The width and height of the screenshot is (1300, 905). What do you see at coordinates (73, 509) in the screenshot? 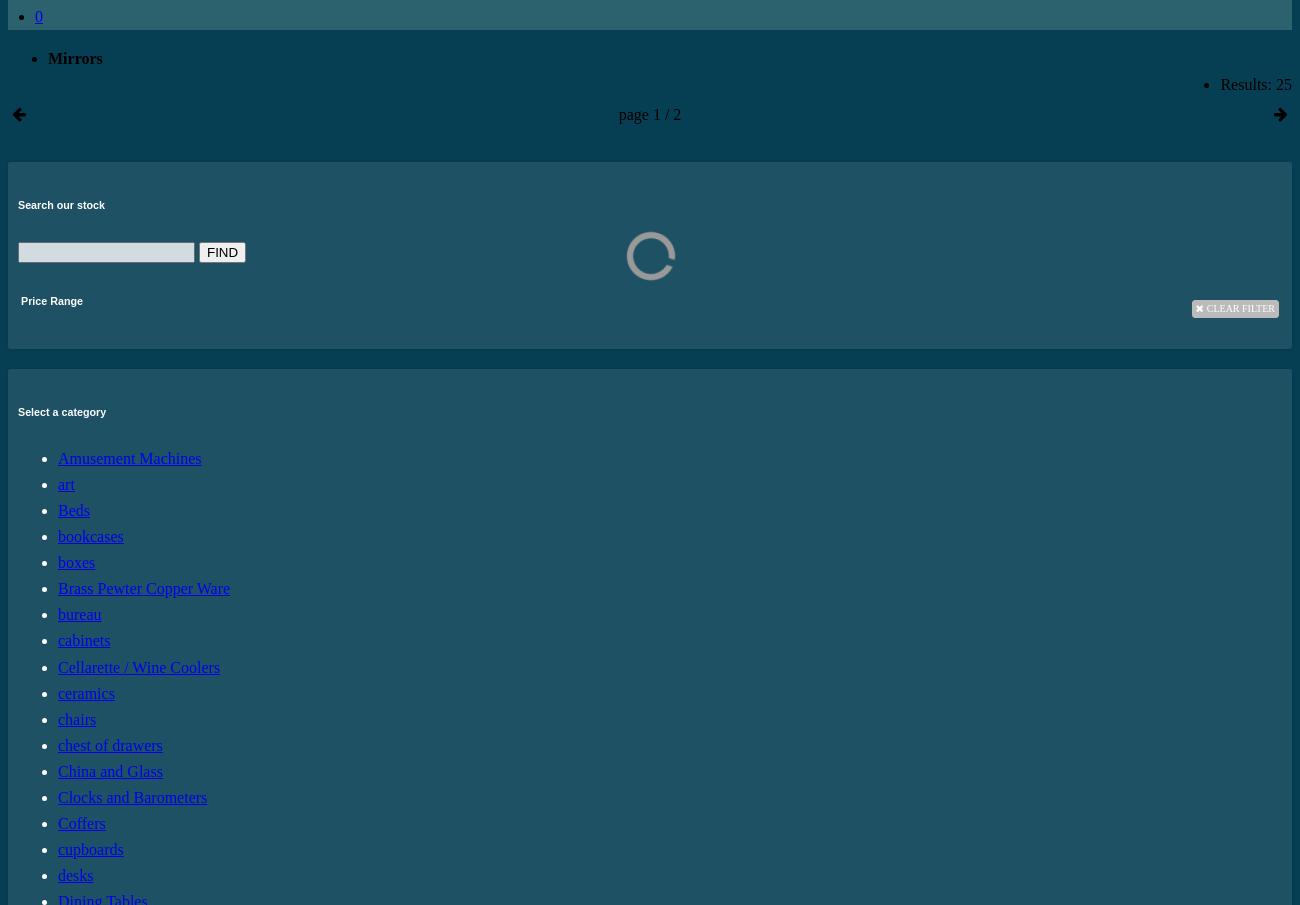
I see `'Beds'` at bounding box center [73, 509].